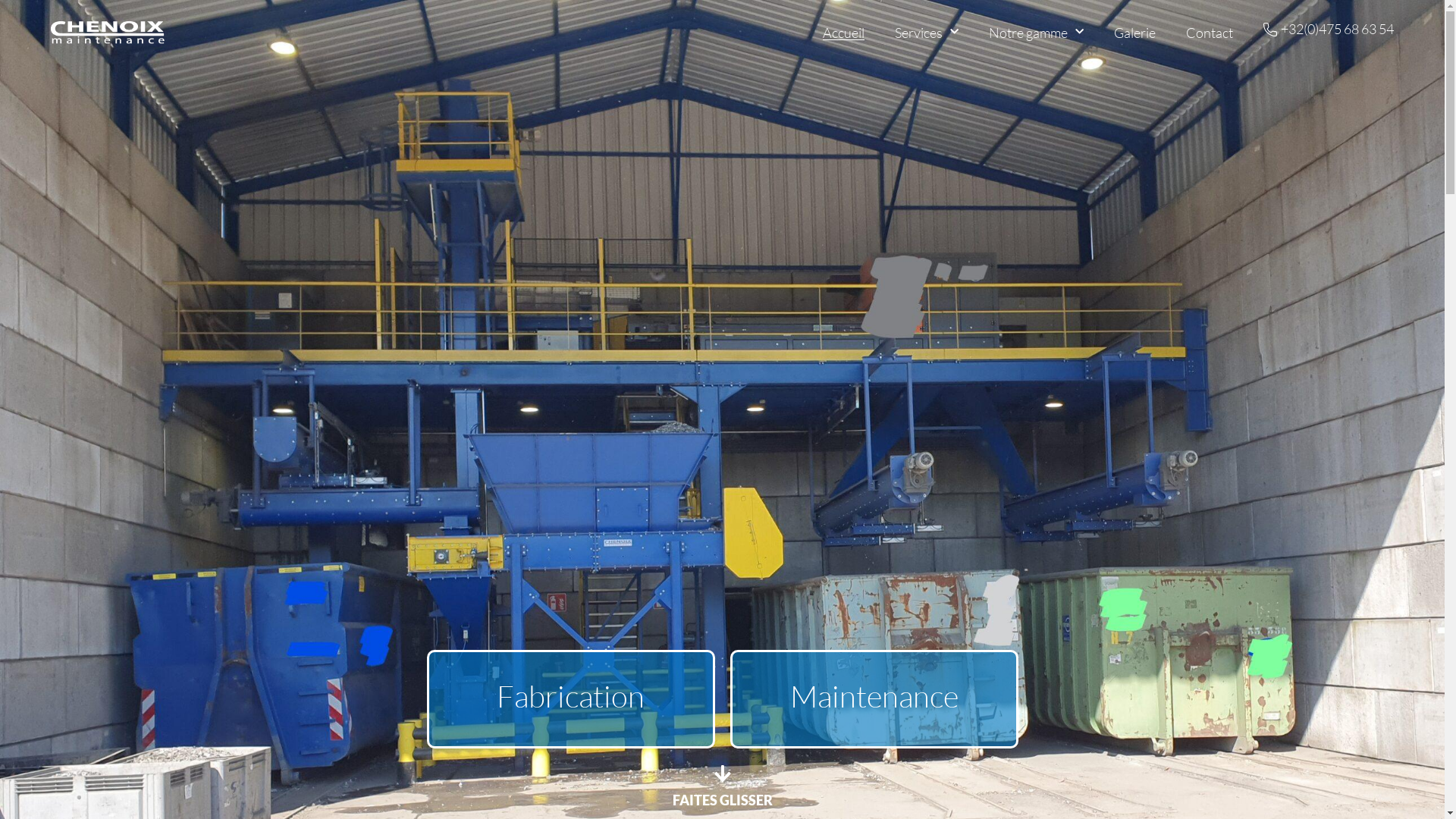  I want to click on 'Contact', so click(1185, 32).